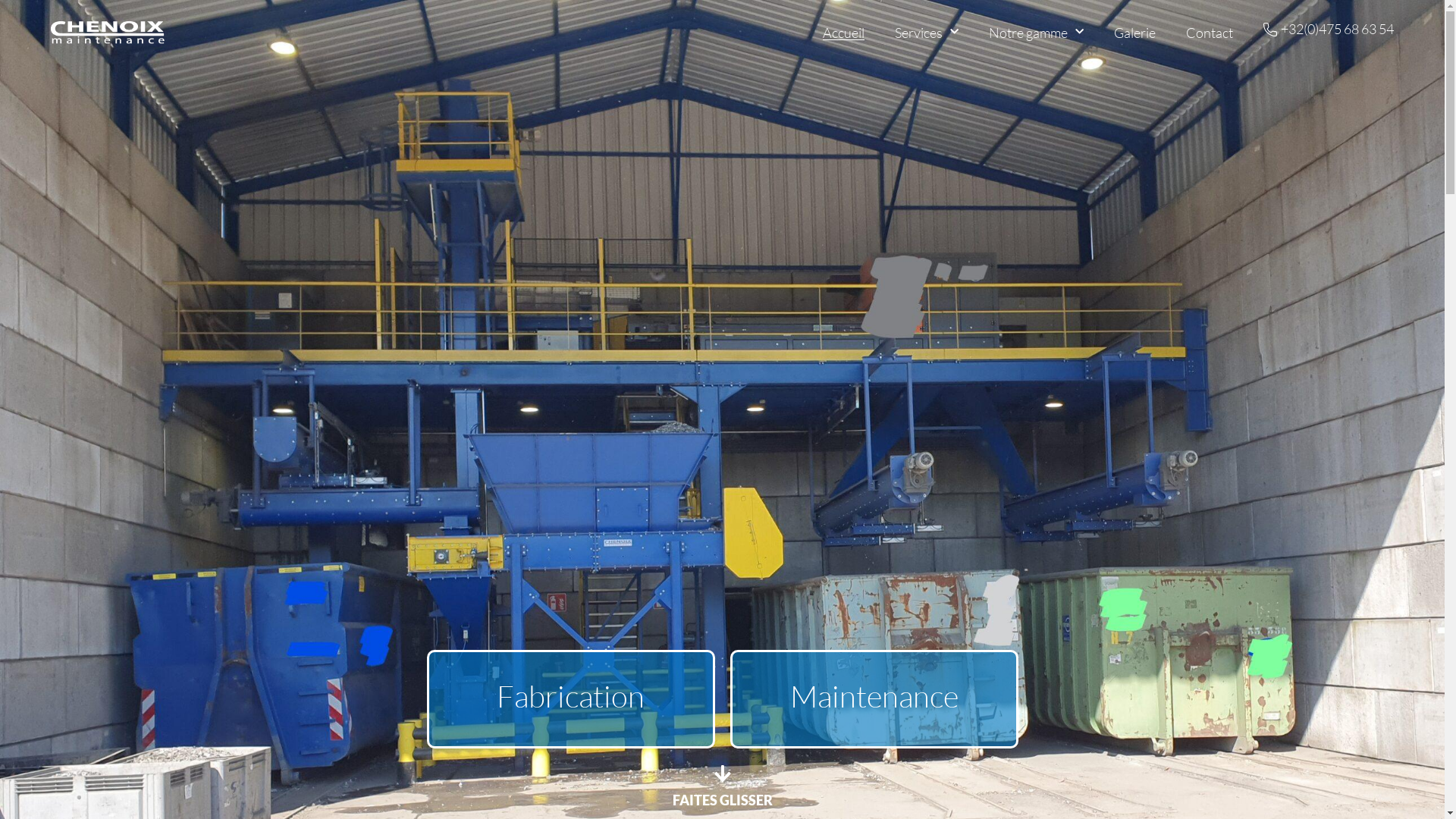  I want to click on 'Contact', so click(1185, 32).